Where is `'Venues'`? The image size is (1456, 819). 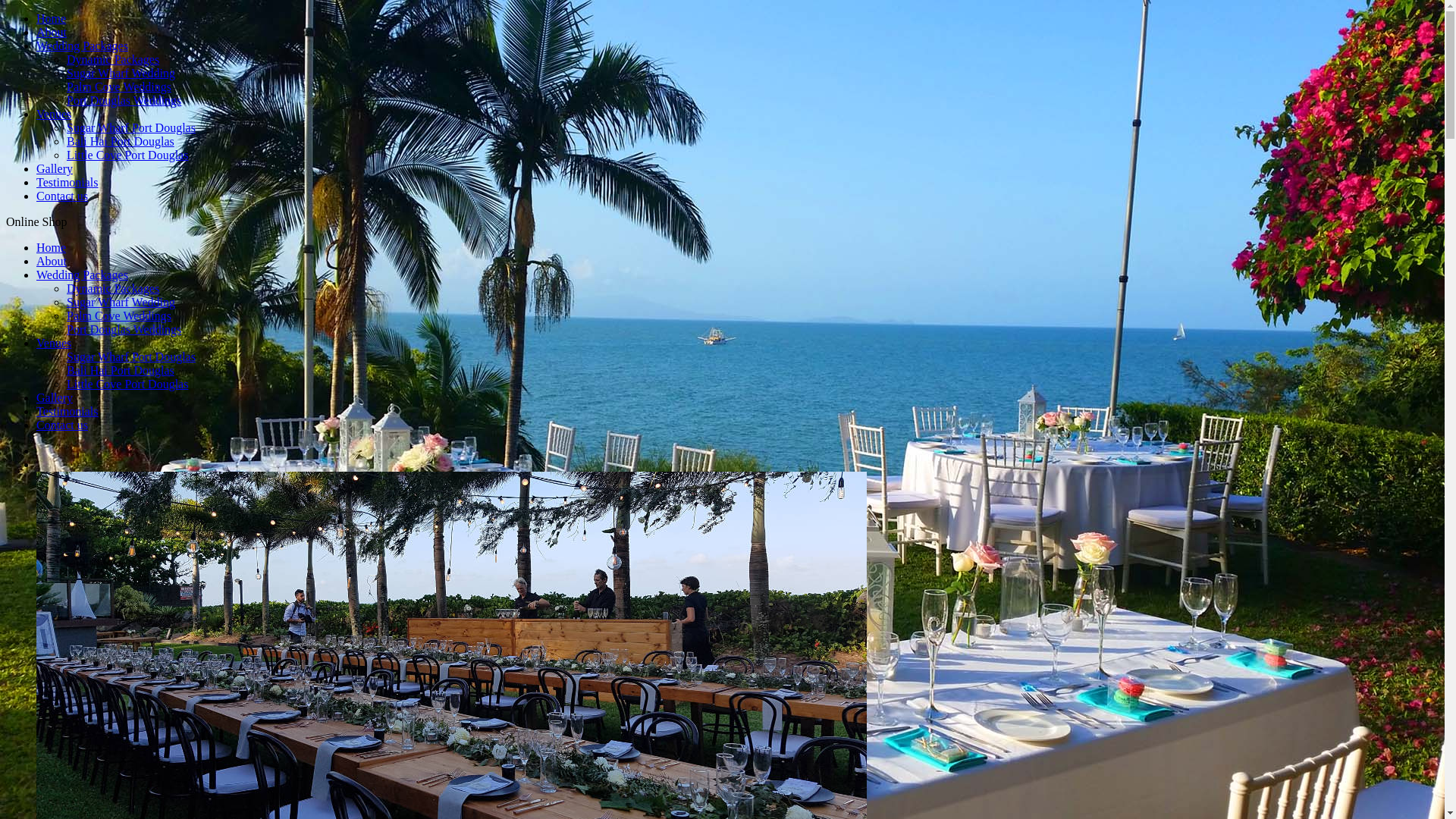 'Venues' is located at coordinates (36, 113).